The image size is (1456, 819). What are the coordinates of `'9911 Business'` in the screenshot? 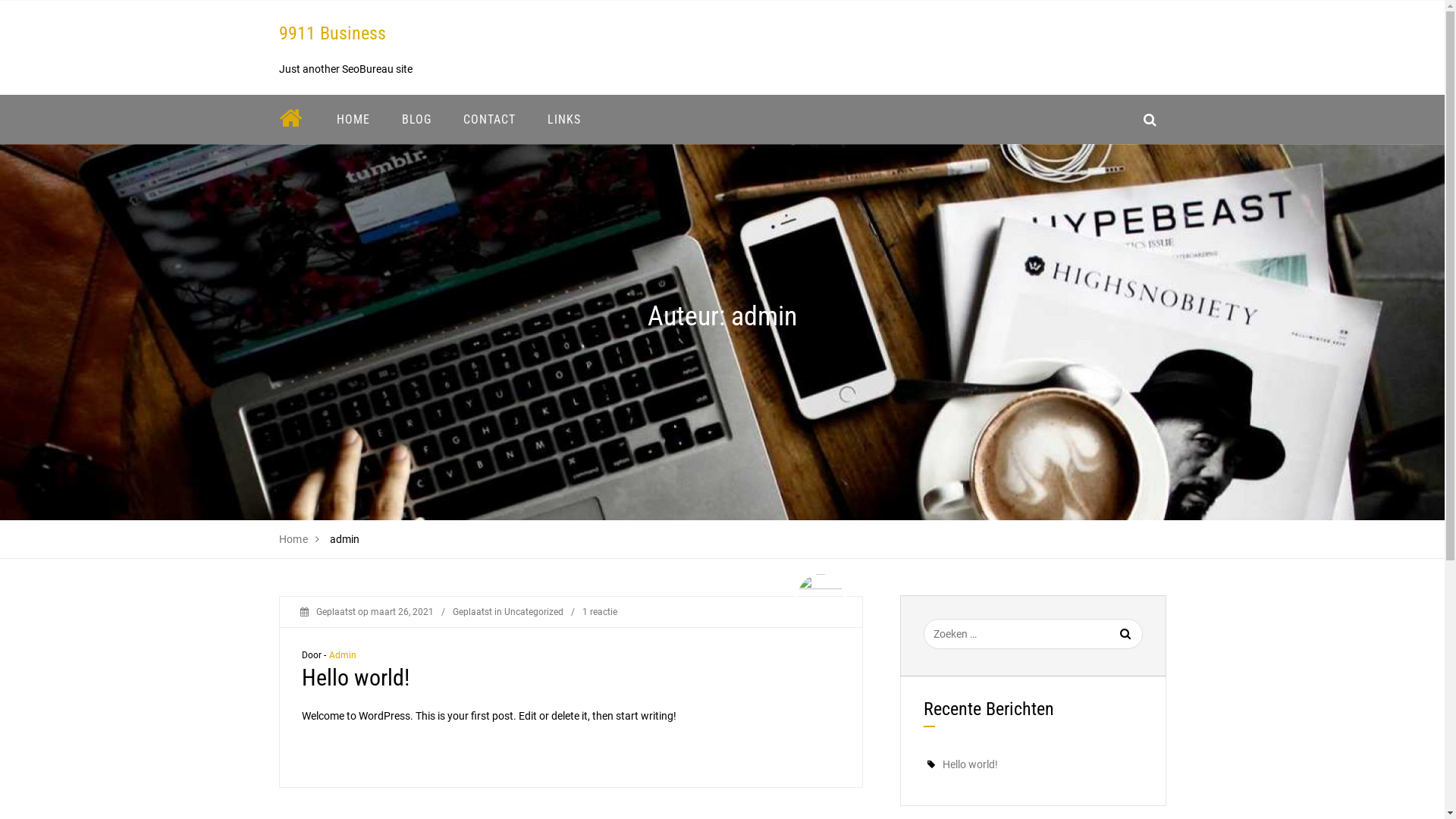 It's located at (331, 33).